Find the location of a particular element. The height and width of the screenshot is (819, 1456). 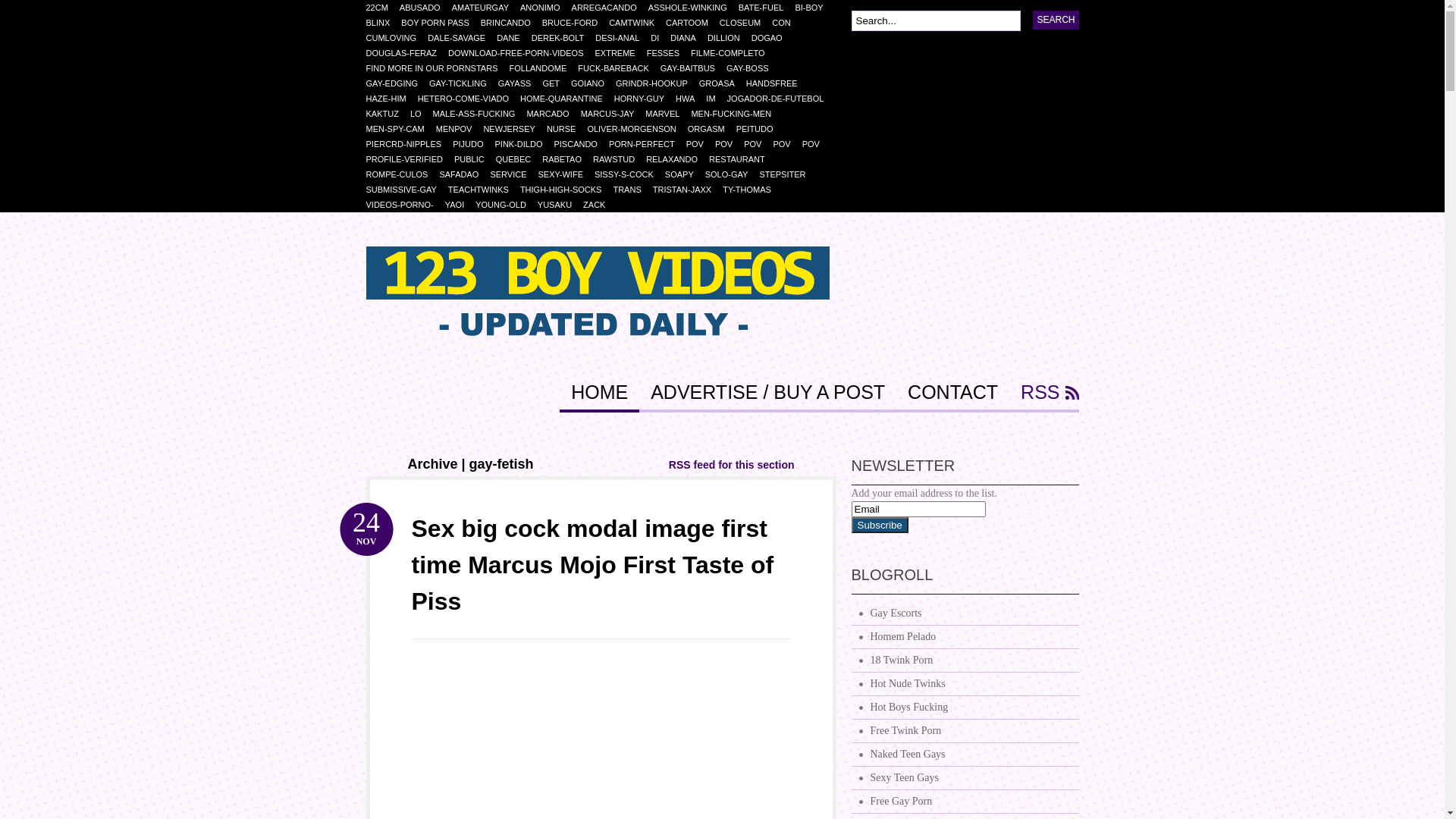

'GROASA' is located at coordinates (722, 83).